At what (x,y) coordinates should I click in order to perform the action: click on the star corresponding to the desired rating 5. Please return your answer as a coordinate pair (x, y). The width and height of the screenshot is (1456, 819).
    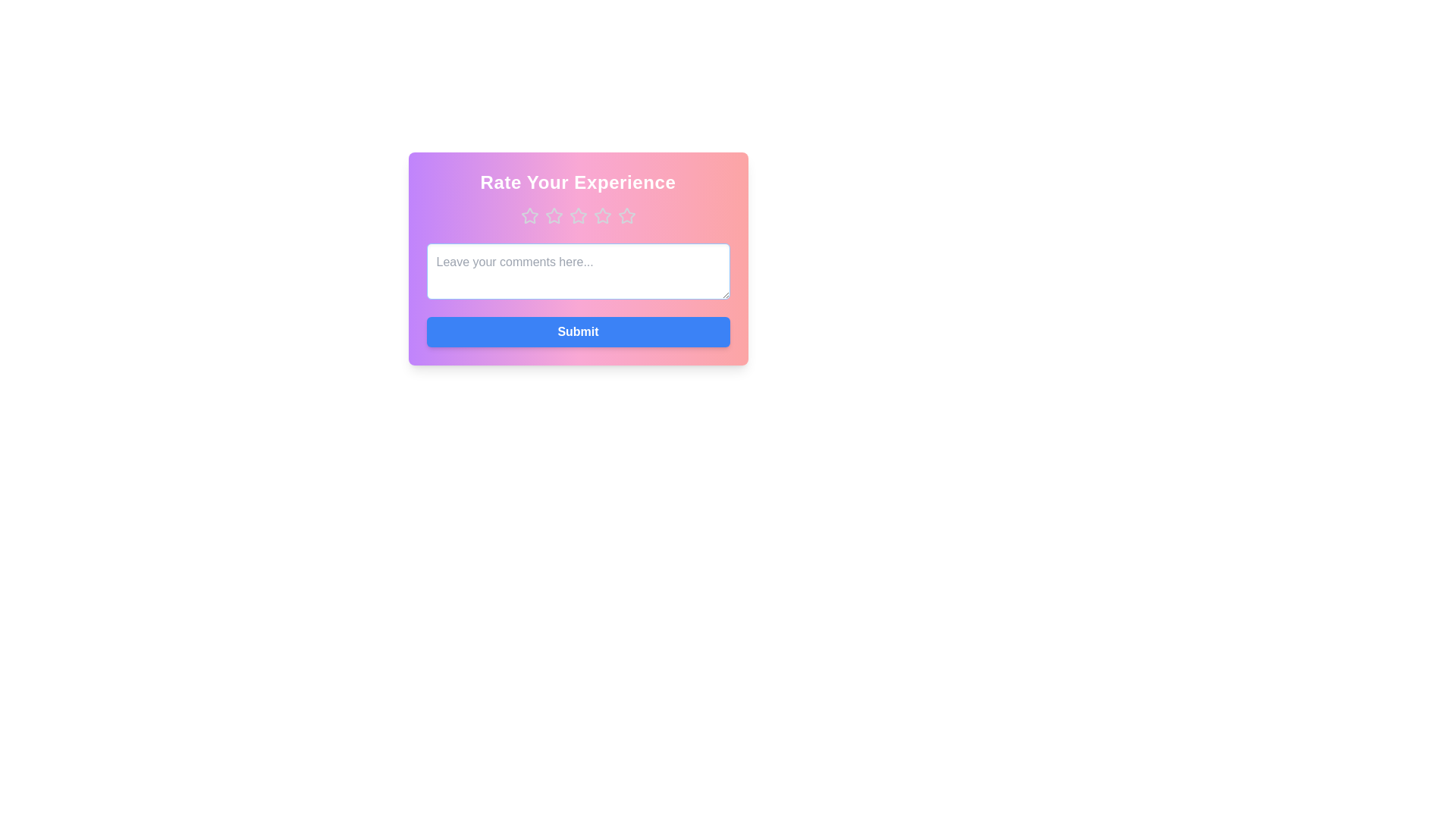
    Looking at the image, I should click on (626, 216).